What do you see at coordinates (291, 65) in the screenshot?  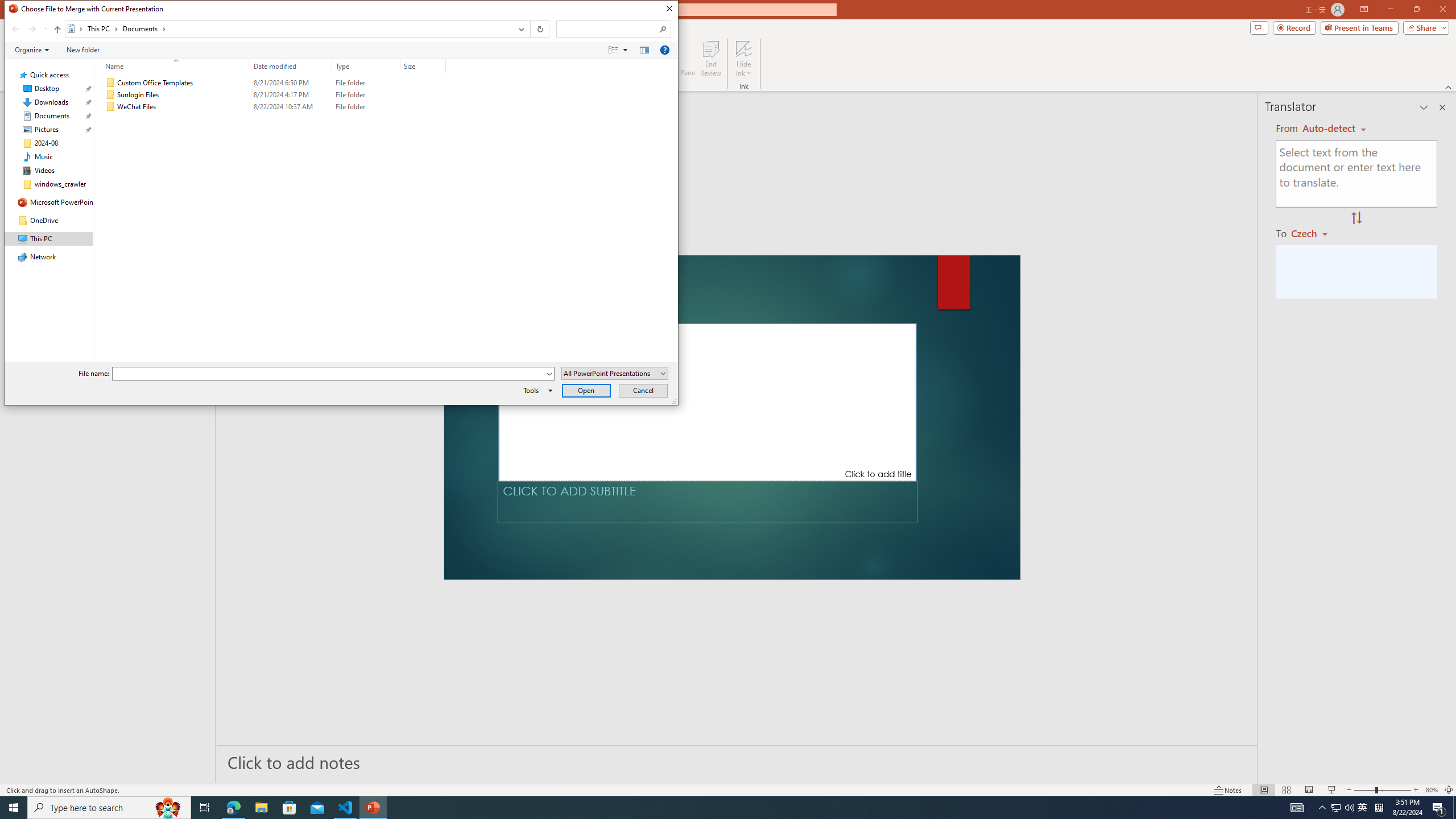 I see `'Date modified'` at bounding box center [291, 65].